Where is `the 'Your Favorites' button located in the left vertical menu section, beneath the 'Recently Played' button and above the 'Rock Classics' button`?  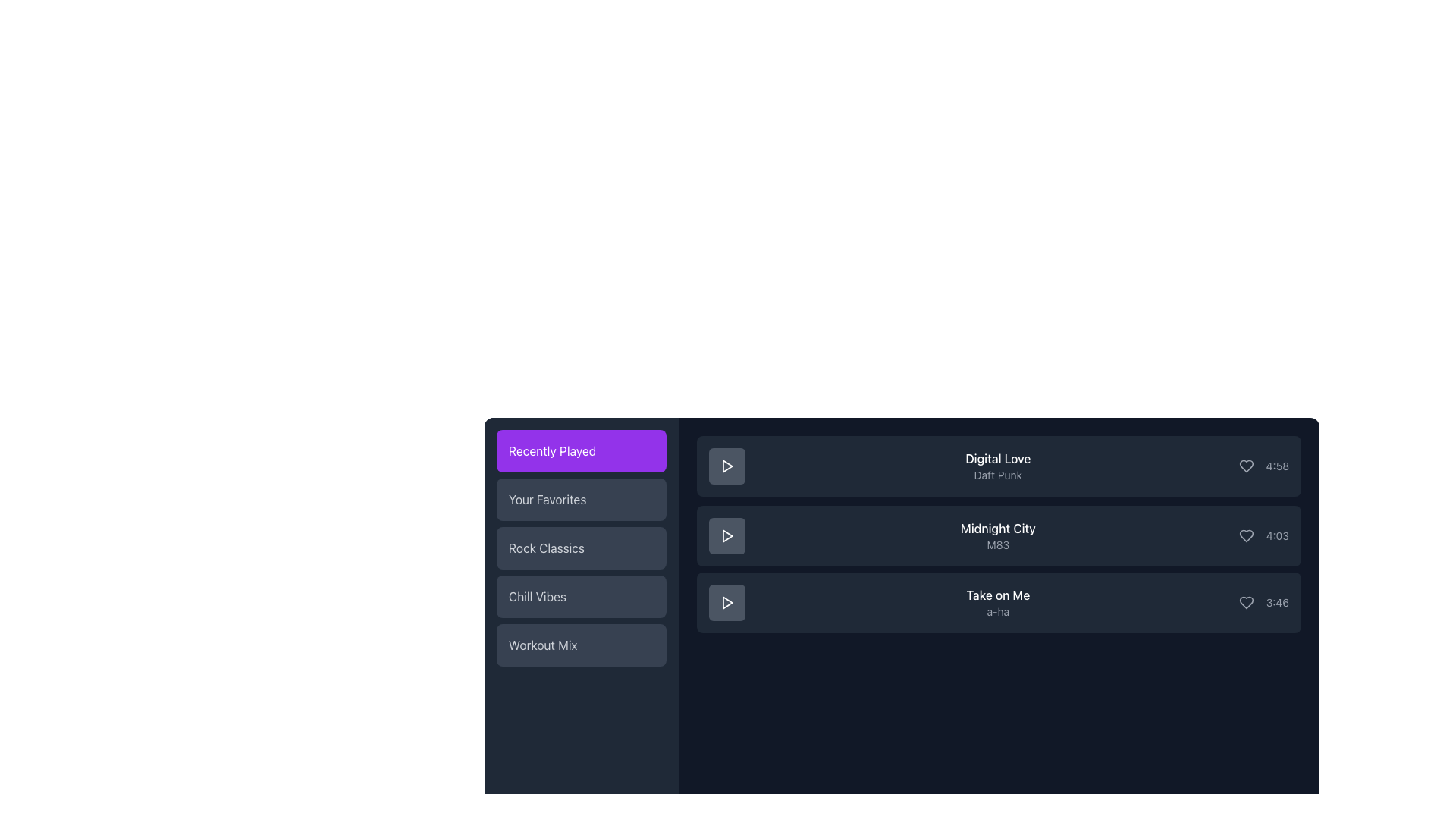
the 'Your Favorites' button located in the left vertical menu section, beneath the 'Recently Played' button and above the 'Rock Classics' button is located at coordinates (581, 500).